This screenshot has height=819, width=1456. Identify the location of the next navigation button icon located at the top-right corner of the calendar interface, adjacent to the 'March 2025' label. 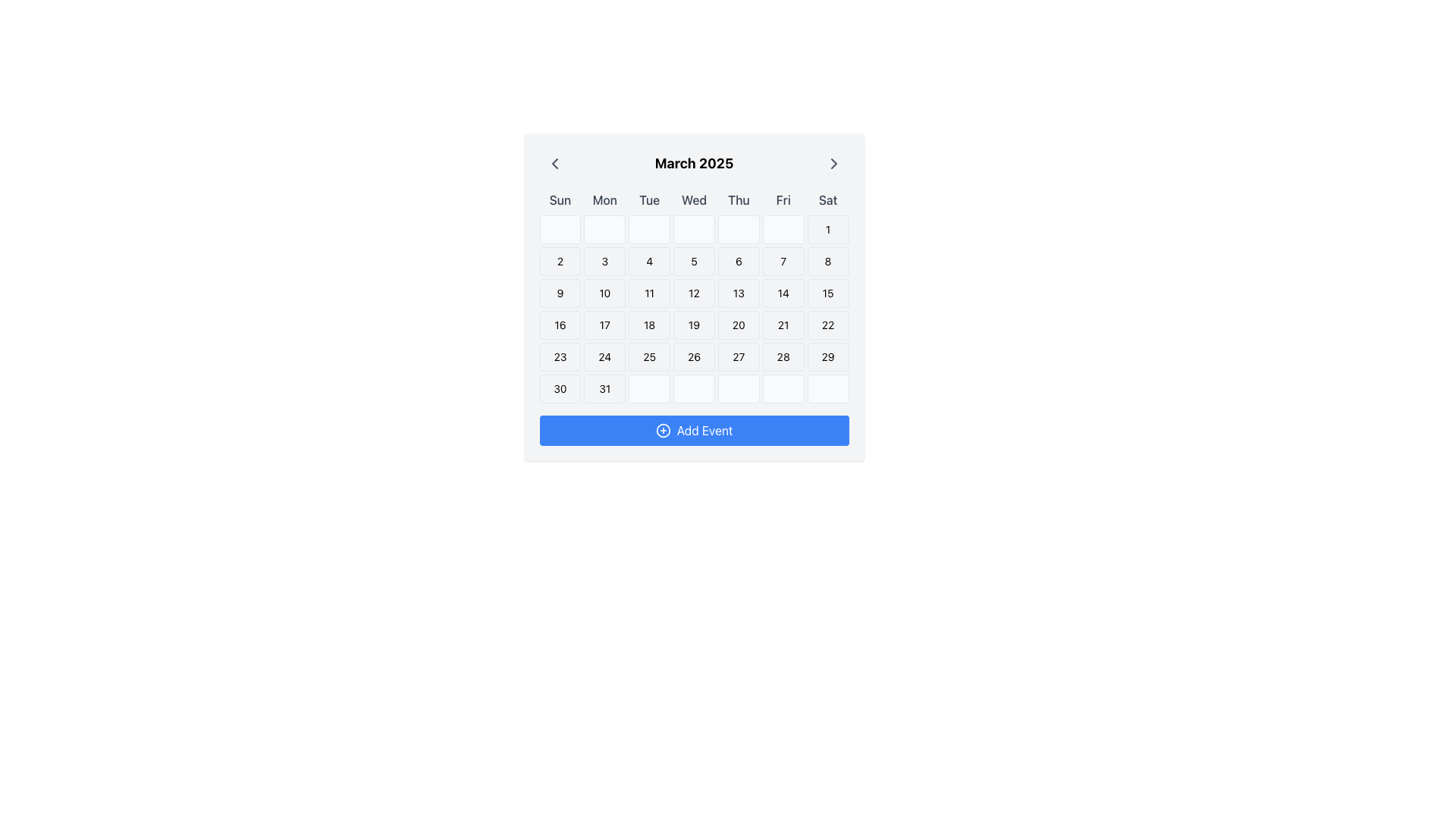
(833, 164).